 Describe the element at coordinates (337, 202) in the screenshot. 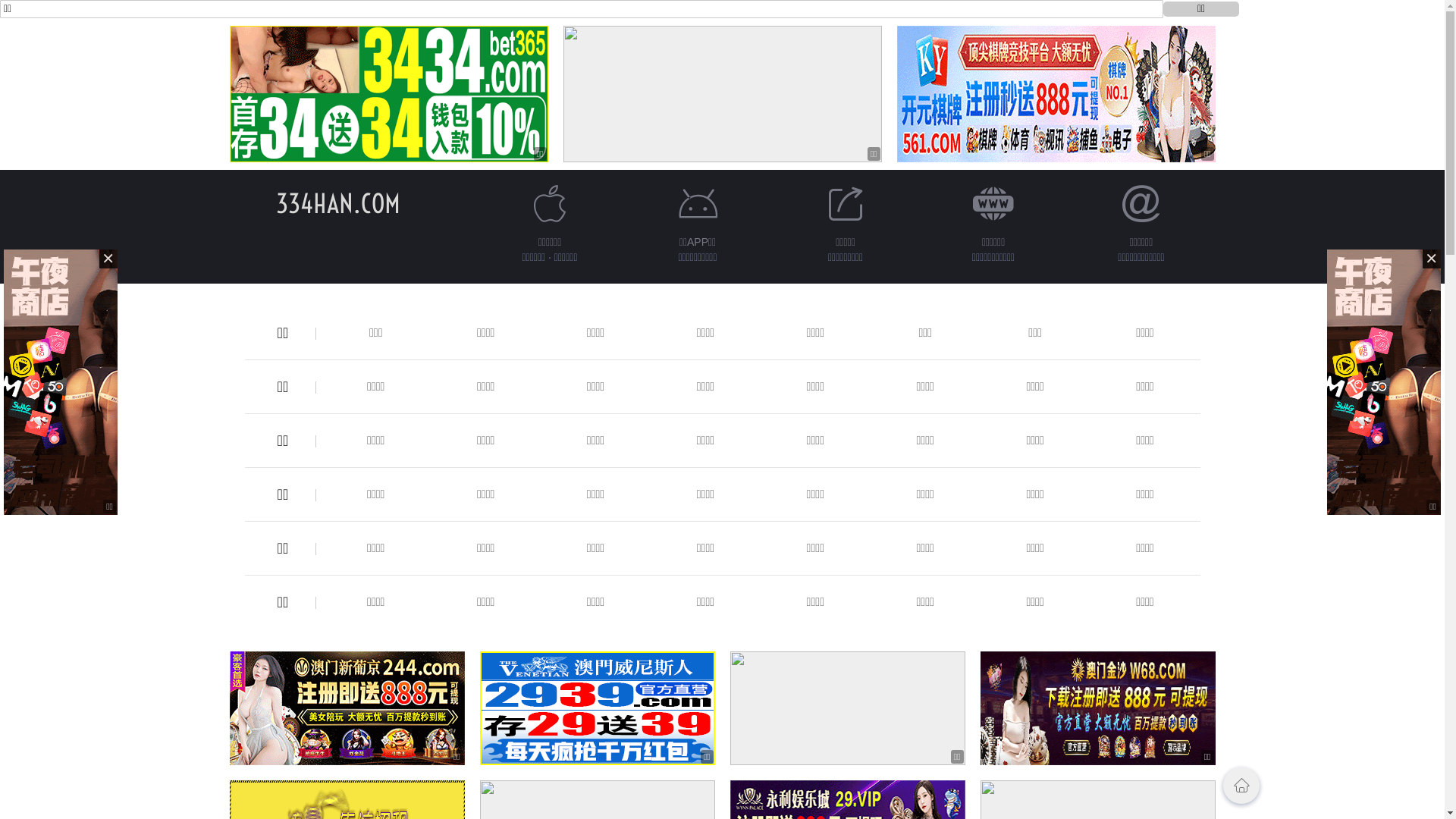

I see `'334HAN.COM'` at that location.